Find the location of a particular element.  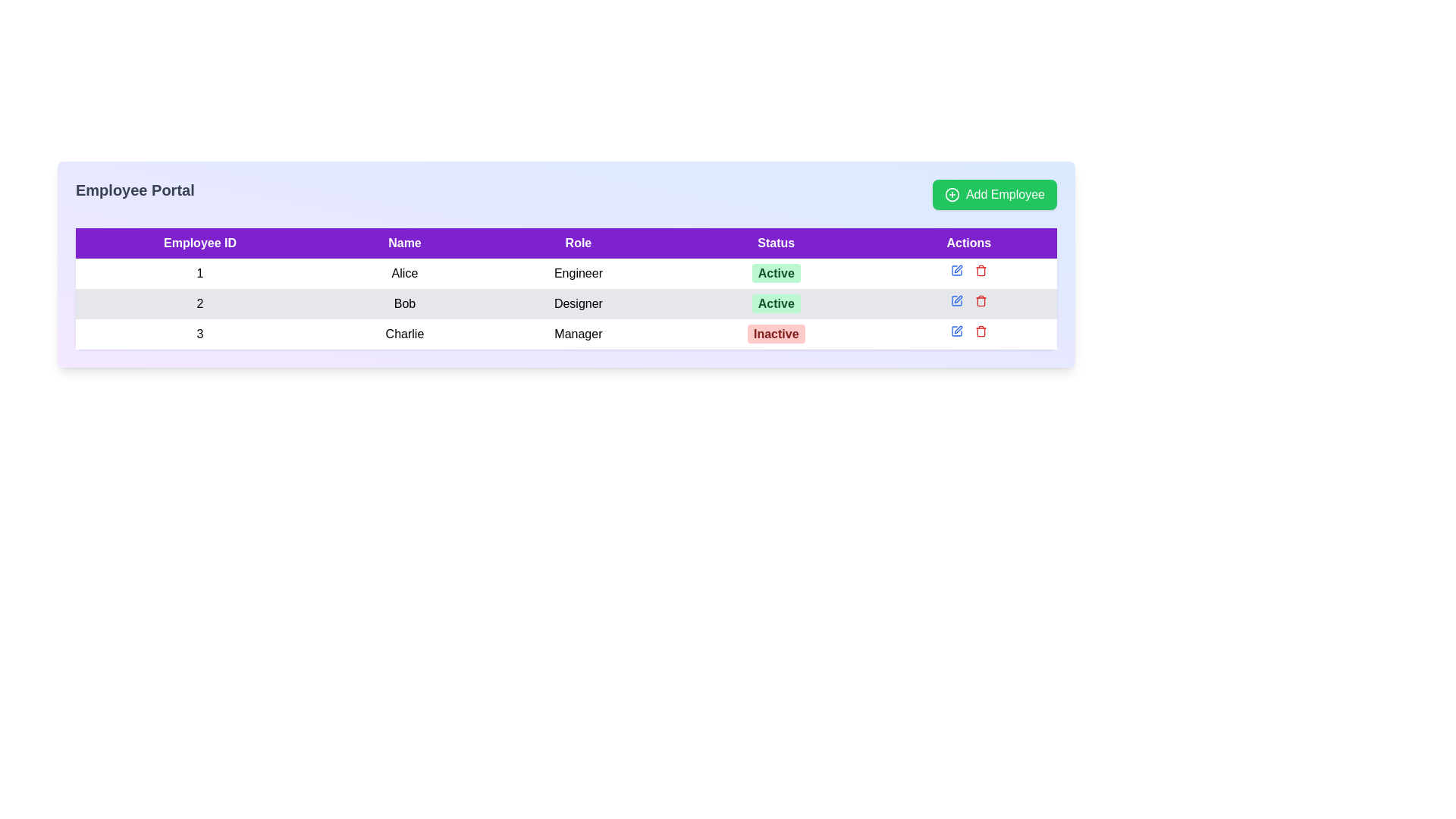

the third row in the table that contains employee ID '3', name 'Charlie', role 'Manager', and status 'Inactive' is located at coordinates (566, 333).